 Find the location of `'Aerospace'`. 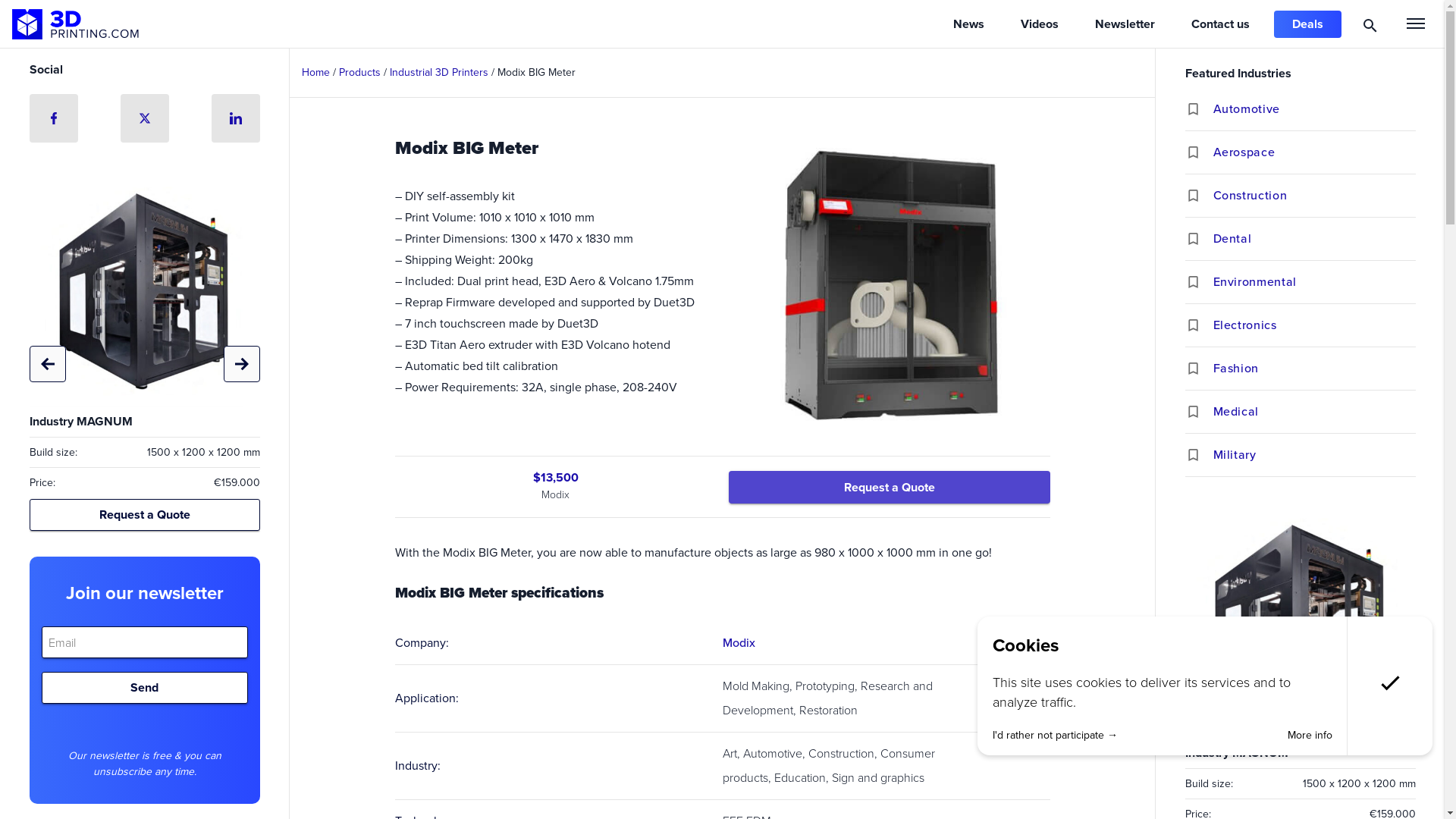

'Aerospace' is located at coordinates (1313, 152).